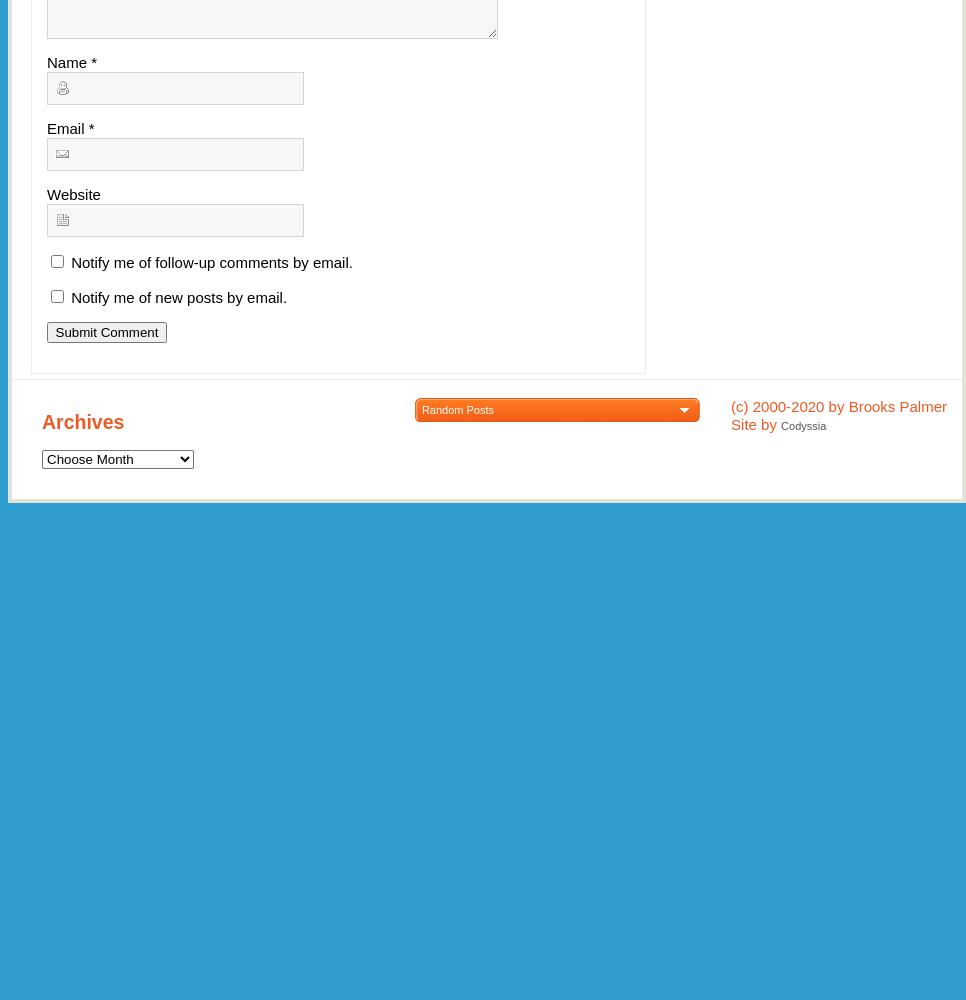 This screenshot has height=1000, width=966. What do you see at coordinates (68, 62) in the screenshot?
I see `'Name'` at bounding box center [68, 62].